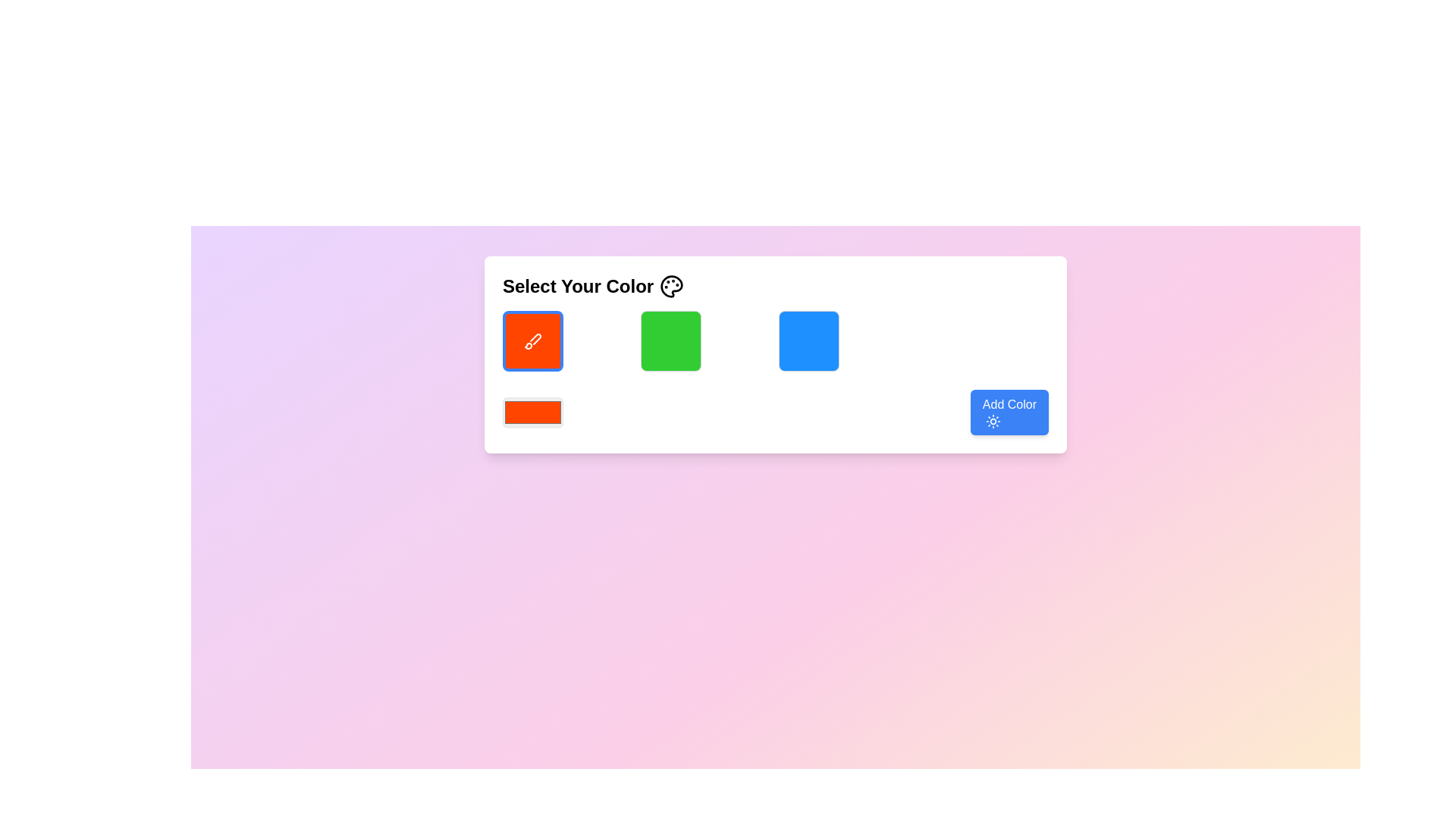 The width and height of the screenshot is (1456, 819). Describe the element at coordinates (532, 341) in the screenshot. I see `the paintbrush icon with a white graphic on a red square background` at that location.